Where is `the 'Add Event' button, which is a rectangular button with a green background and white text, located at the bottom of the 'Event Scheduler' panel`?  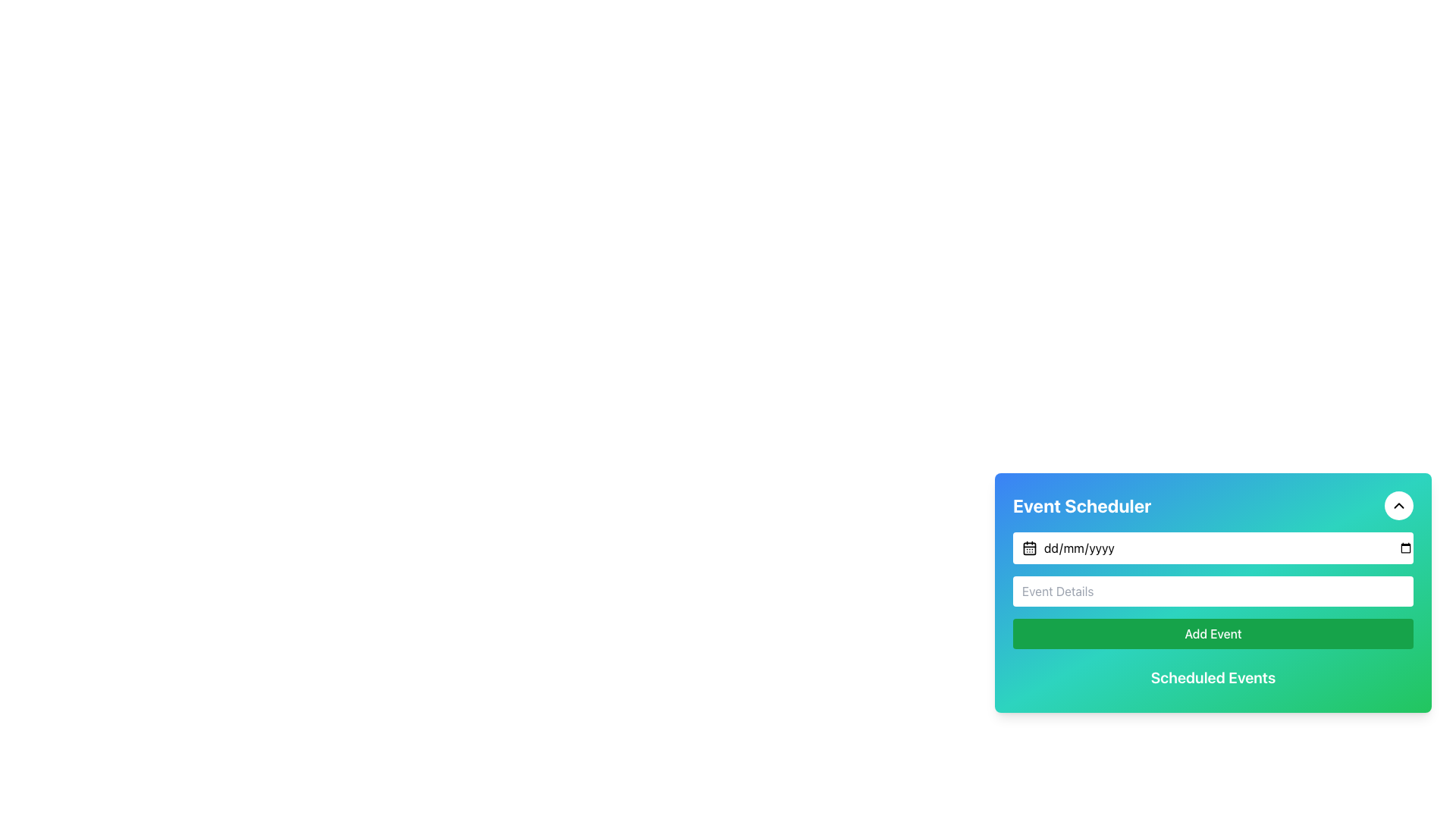 the 'Add Event' button, which is a rectangular button with a green background and white text, located at the bottom of the 'Event Scheduler' panel is located at coordinates (1212, 634).